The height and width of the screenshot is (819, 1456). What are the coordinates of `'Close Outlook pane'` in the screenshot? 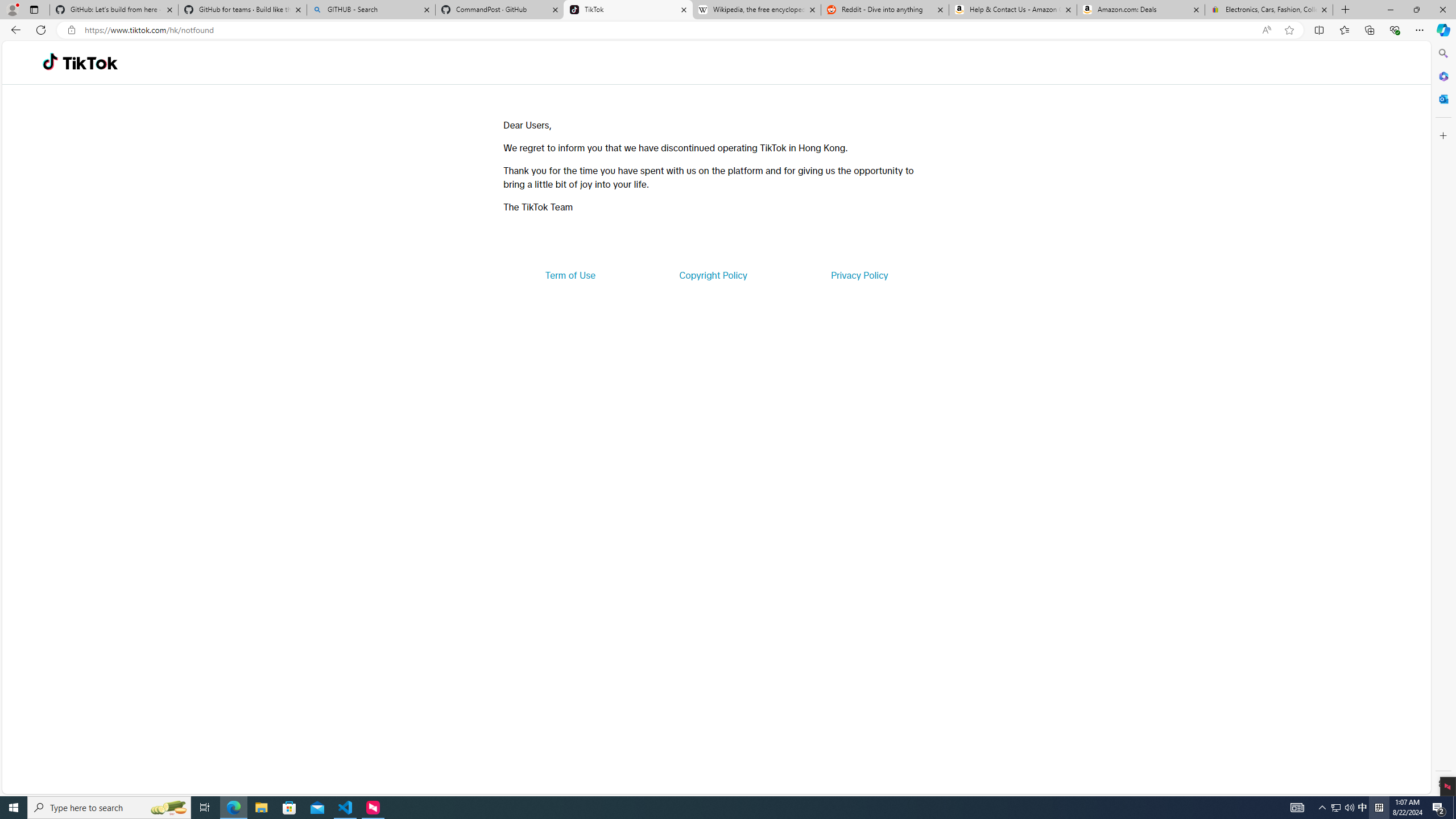 It's located at (1442, 98).